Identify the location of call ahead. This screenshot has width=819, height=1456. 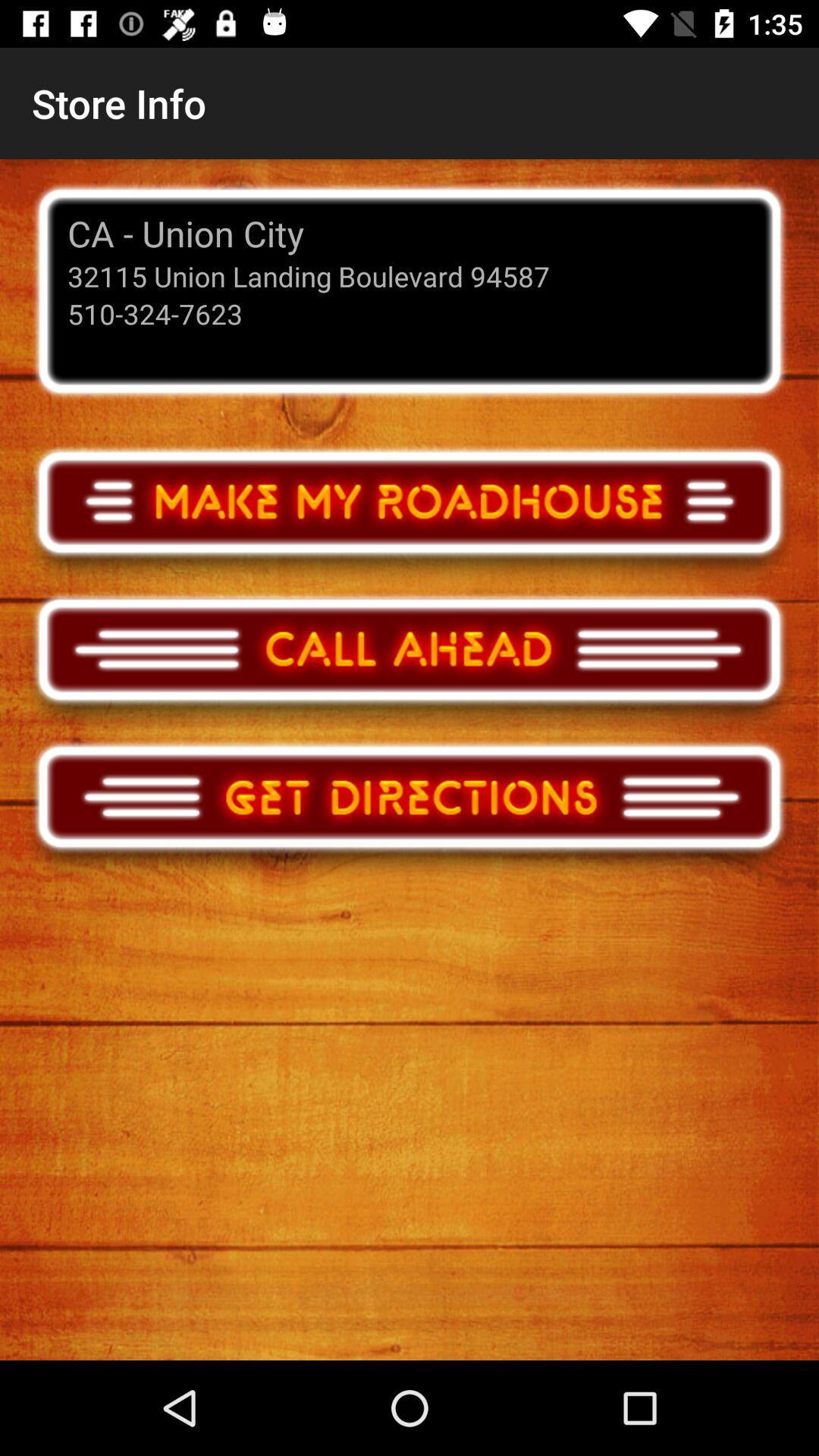
(409, 664).